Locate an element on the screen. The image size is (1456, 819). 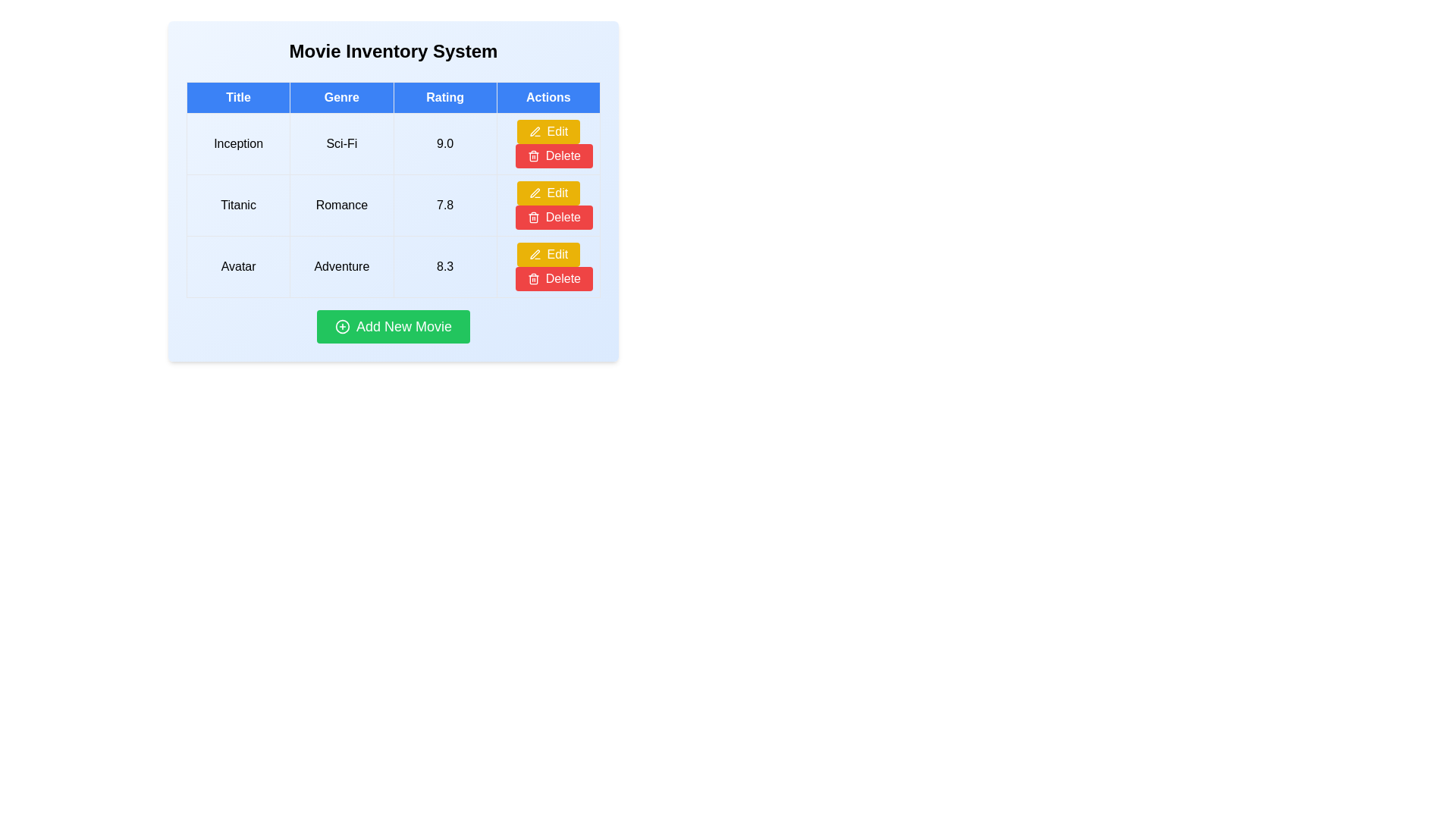
the 'Genre' Table Header, which is the second header in a table, styled with a bold font and a blue rectangular box is located at coordinates (340, 97).